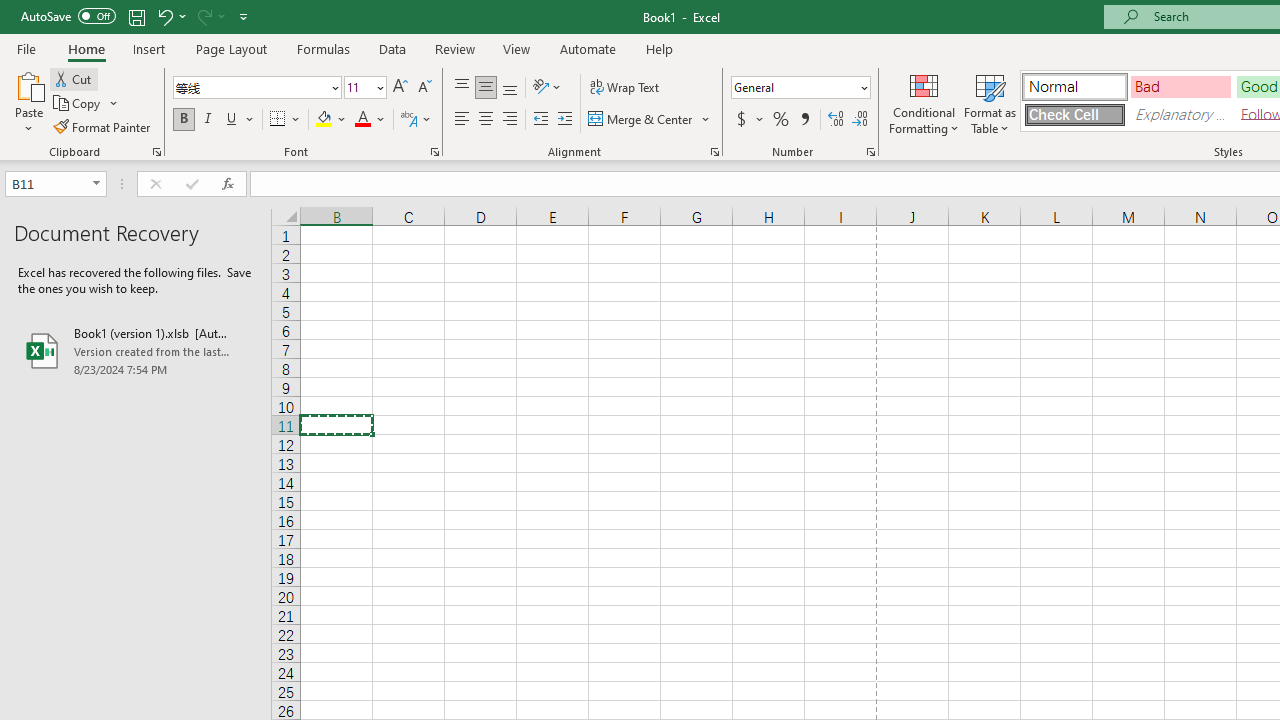 The width and height of the screenshot is (1280, 720). I want to click on 'Center', so click(485, 119).